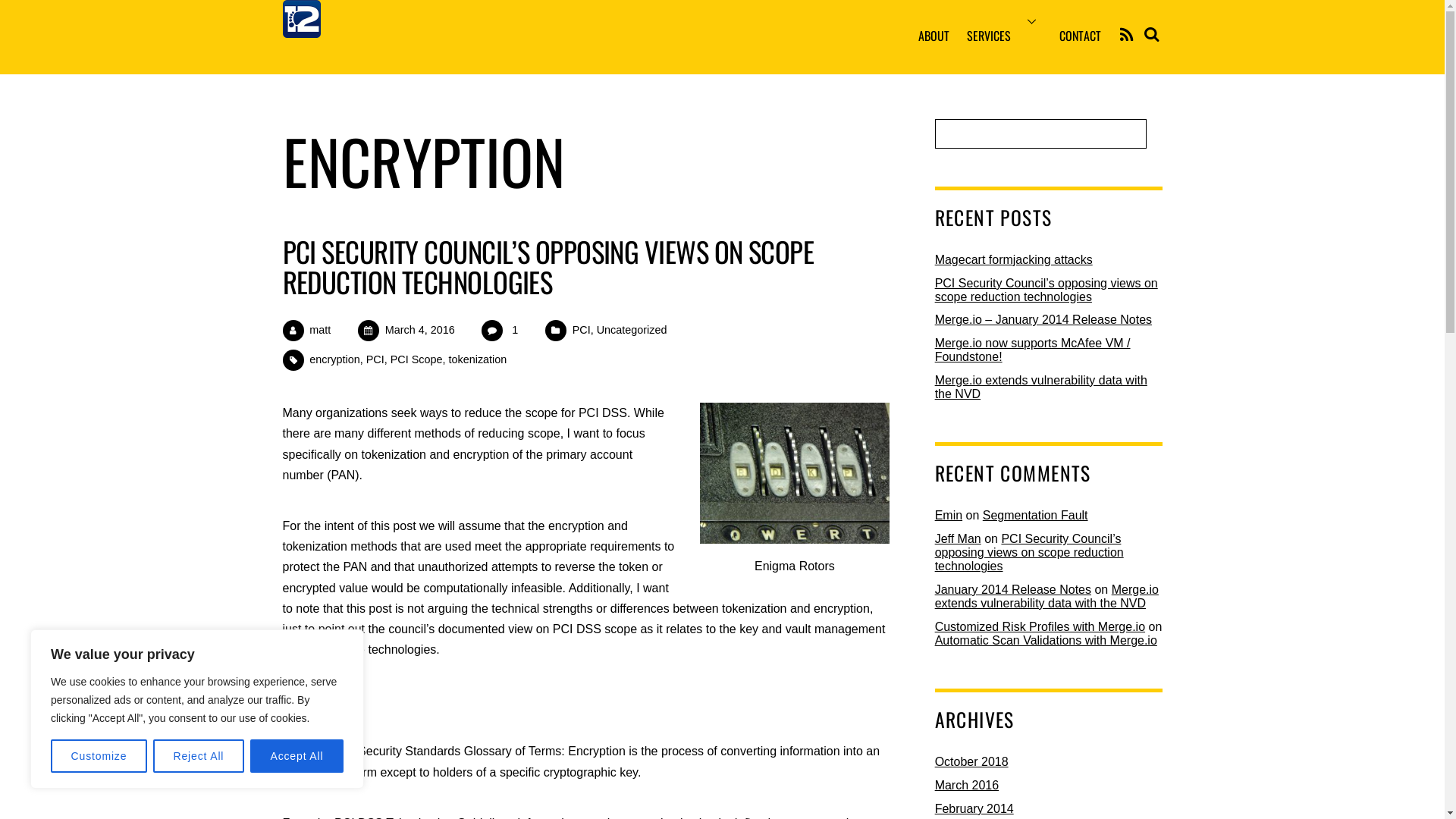 The height and width of the screenshot is (819, 1456). Describe the element at coordinates (416, 359) in the screenshot. I see `'PCI Scope'` at that location.